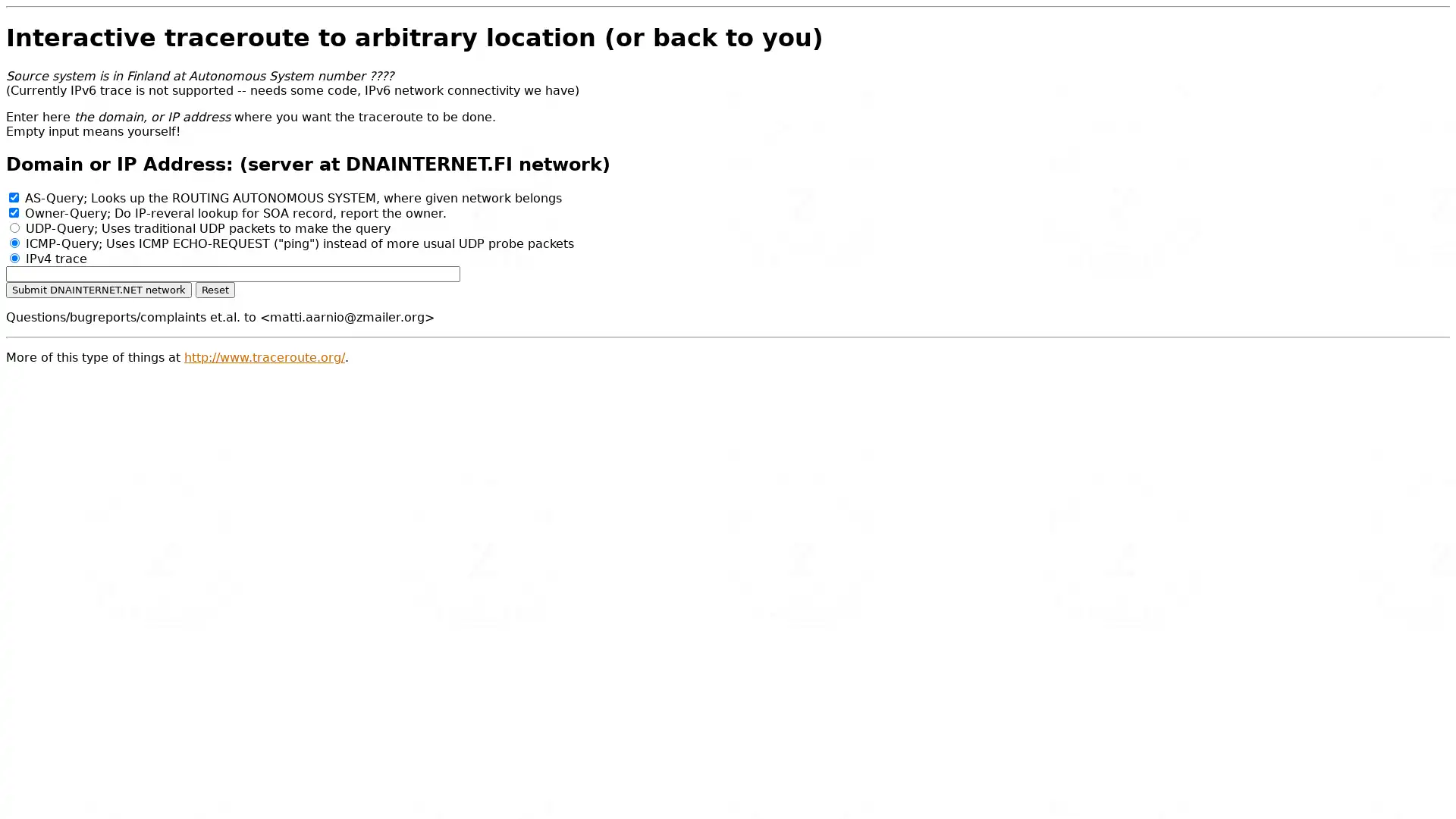 This screenshot has height=819, width=1456. What do you see at coordinates (98, 289) in the screenshot?
I see `Submit DNAINTERNET.NET network` at bounding box center [98, 289].